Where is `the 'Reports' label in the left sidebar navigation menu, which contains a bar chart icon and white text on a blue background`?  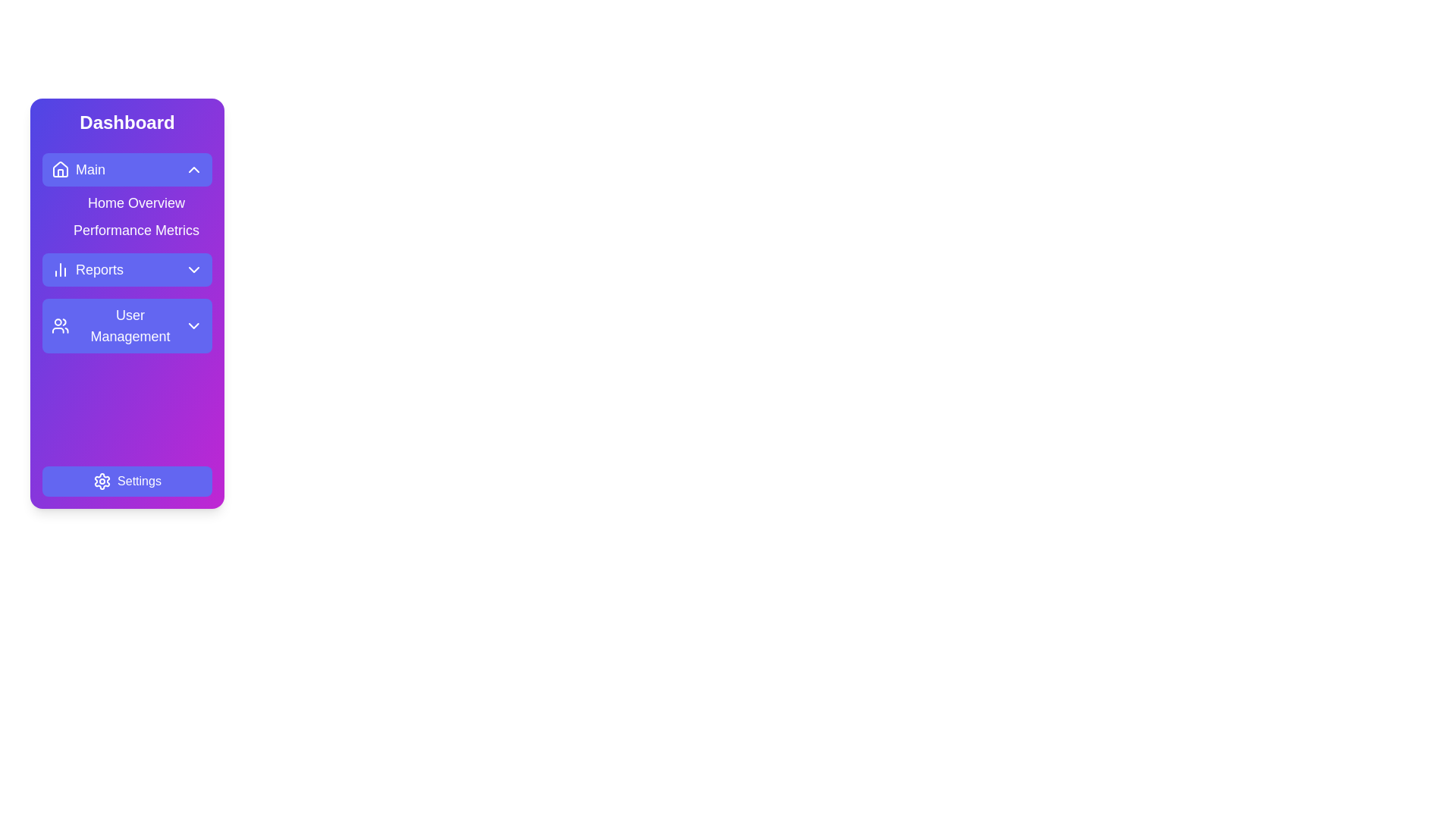
the 'Reports' label in the left sidebar navigation menu, which contains a bar chart icon and white text on a blue background is located at coordinates (86, 268).